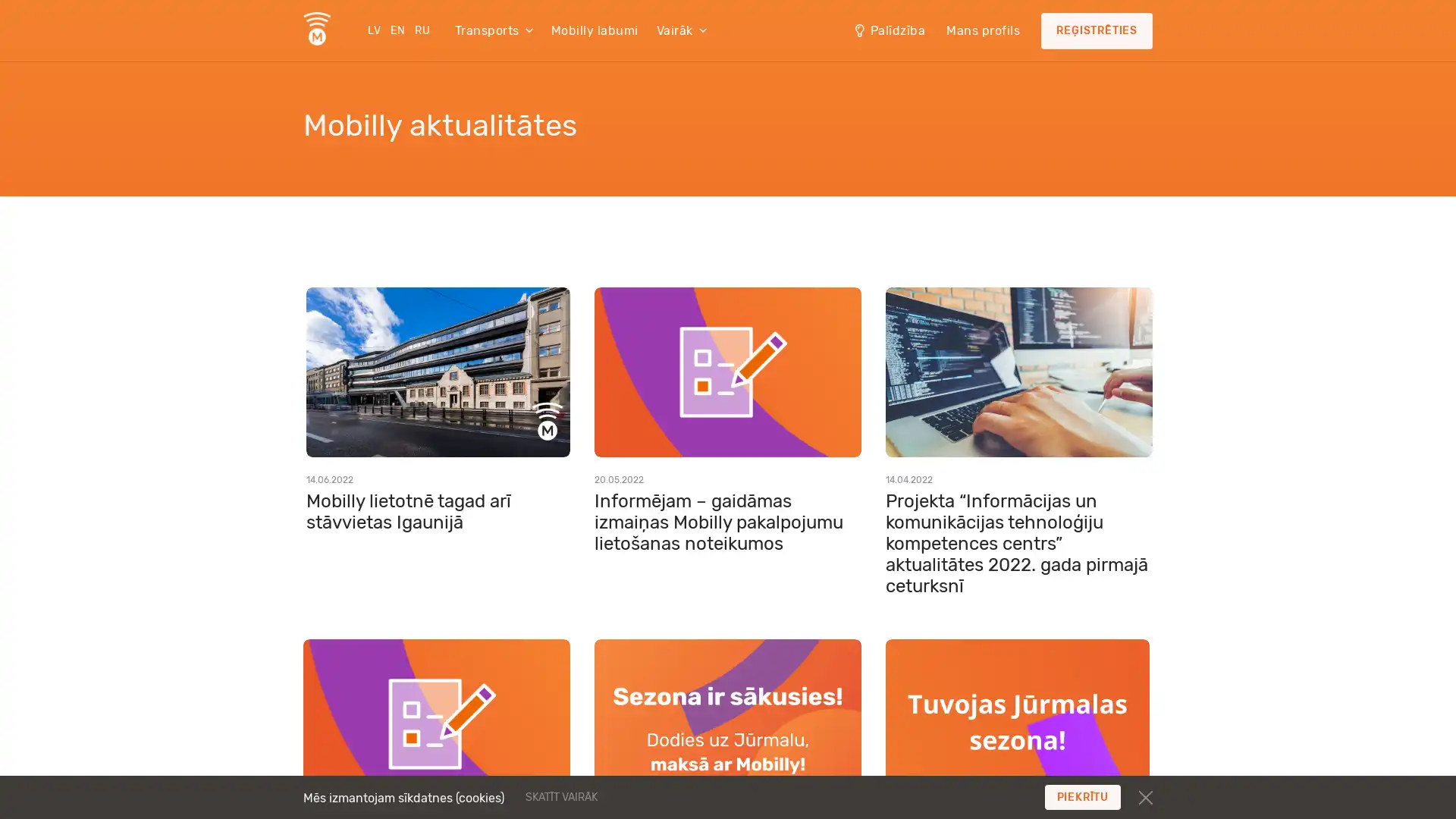 This screenshot has height=819, width=1456. What do you see at coordinates (1097, 31) in the screenshot?
I see `REGISTRETIES` at bounding box center [1097, 31].